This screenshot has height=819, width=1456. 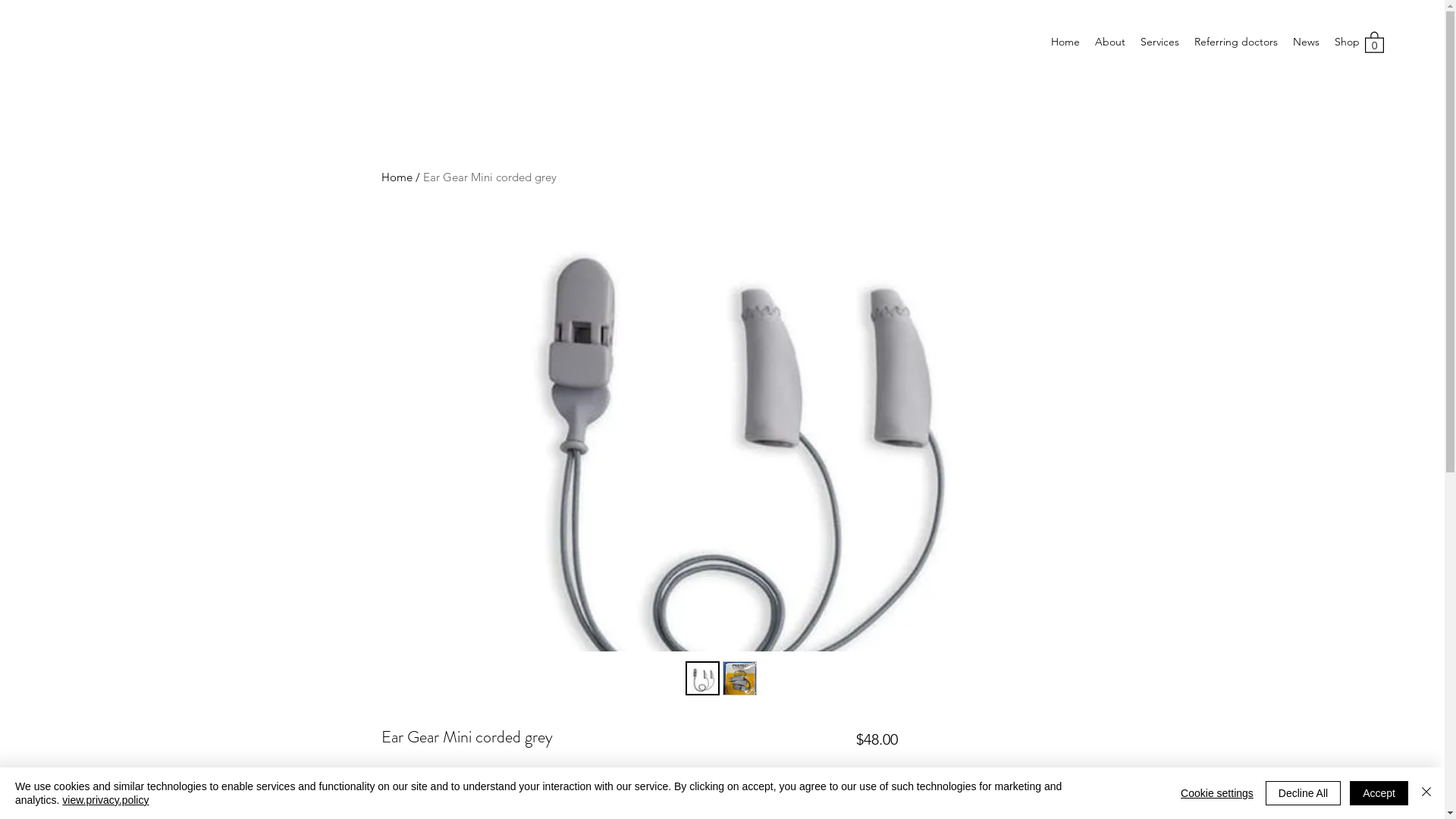 What do you see at coordinates (1302, 792) in the screenshot?
I see `'Decline All'` at bounding box center [1302, 792].